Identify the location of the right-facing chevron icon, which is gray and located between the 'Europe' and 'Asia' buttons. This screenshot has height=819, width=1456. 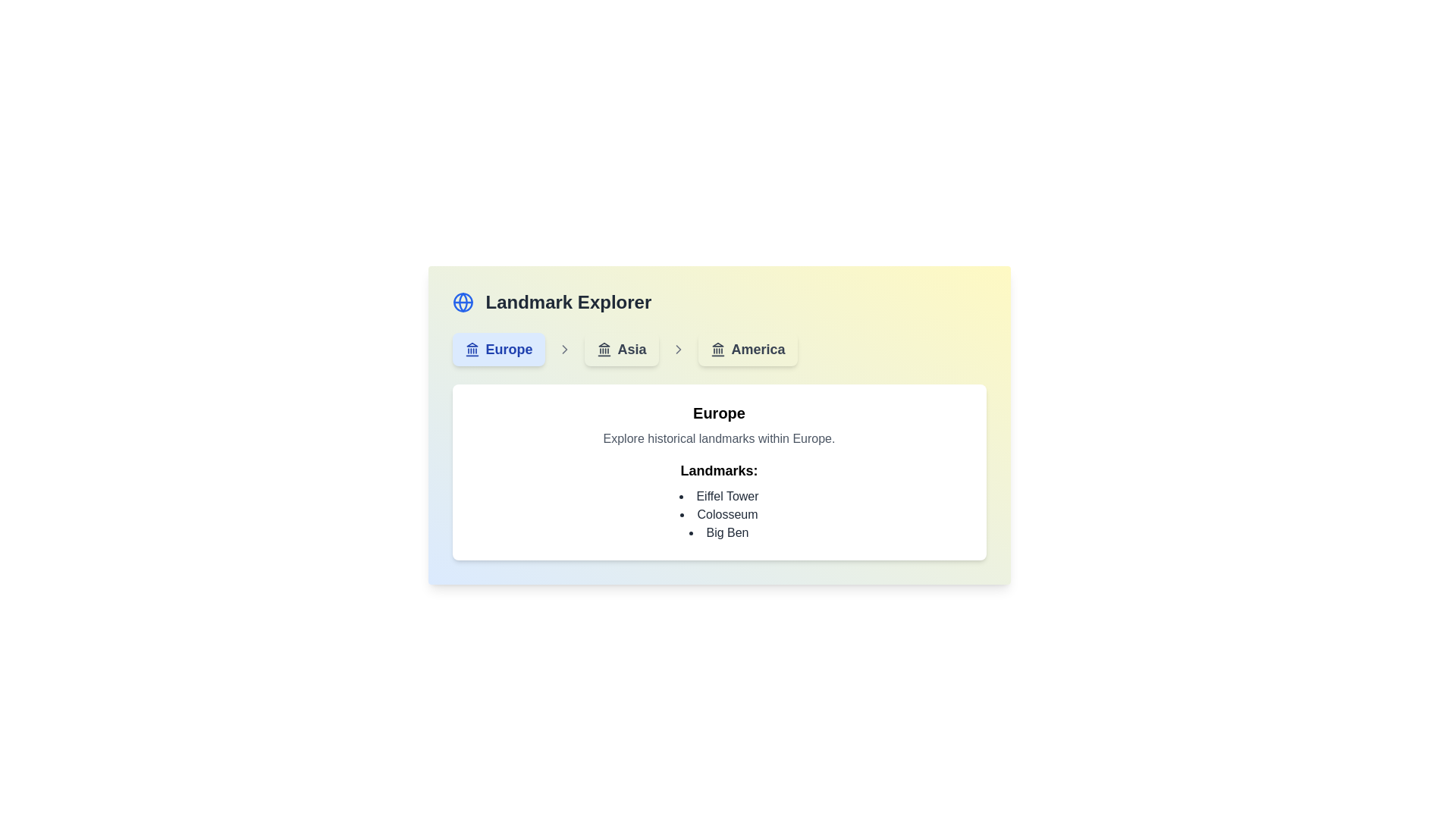
(563, 350).